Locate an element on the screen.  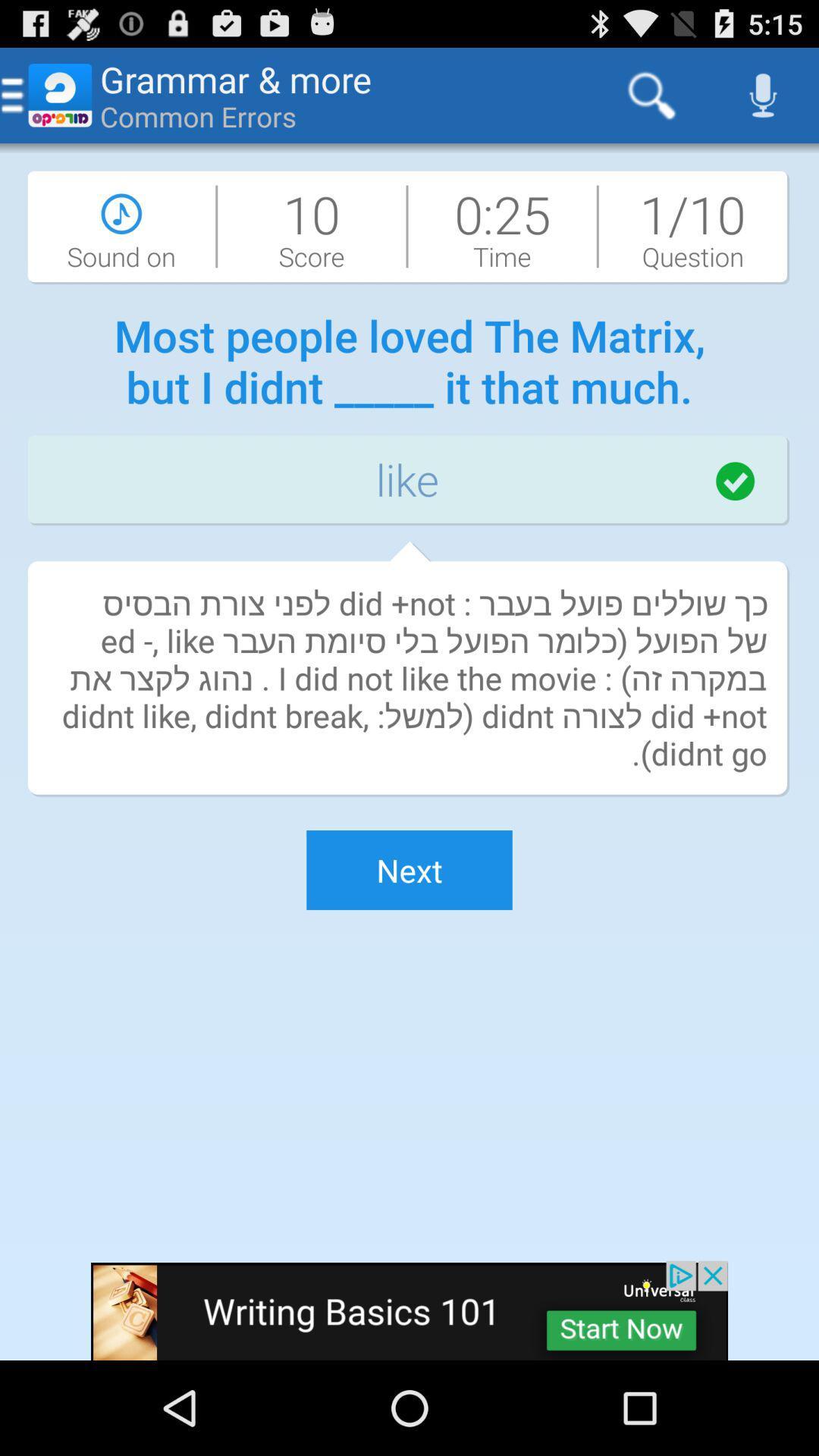
visit writing basics is located at coordinates (409, 1310).